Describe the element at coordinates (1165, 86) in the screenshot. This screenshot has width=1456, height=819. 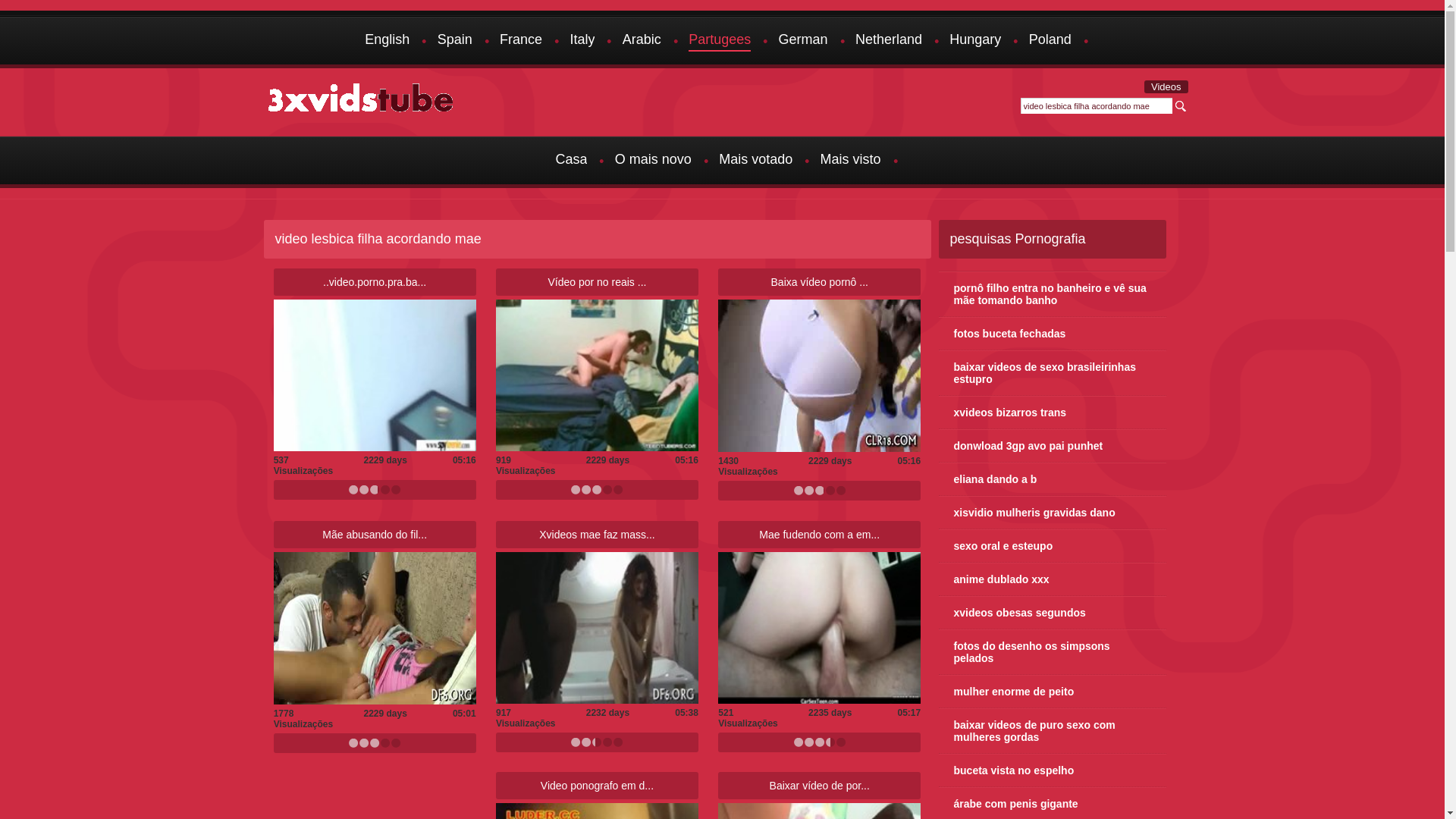
I see `'Videos'` at that location.